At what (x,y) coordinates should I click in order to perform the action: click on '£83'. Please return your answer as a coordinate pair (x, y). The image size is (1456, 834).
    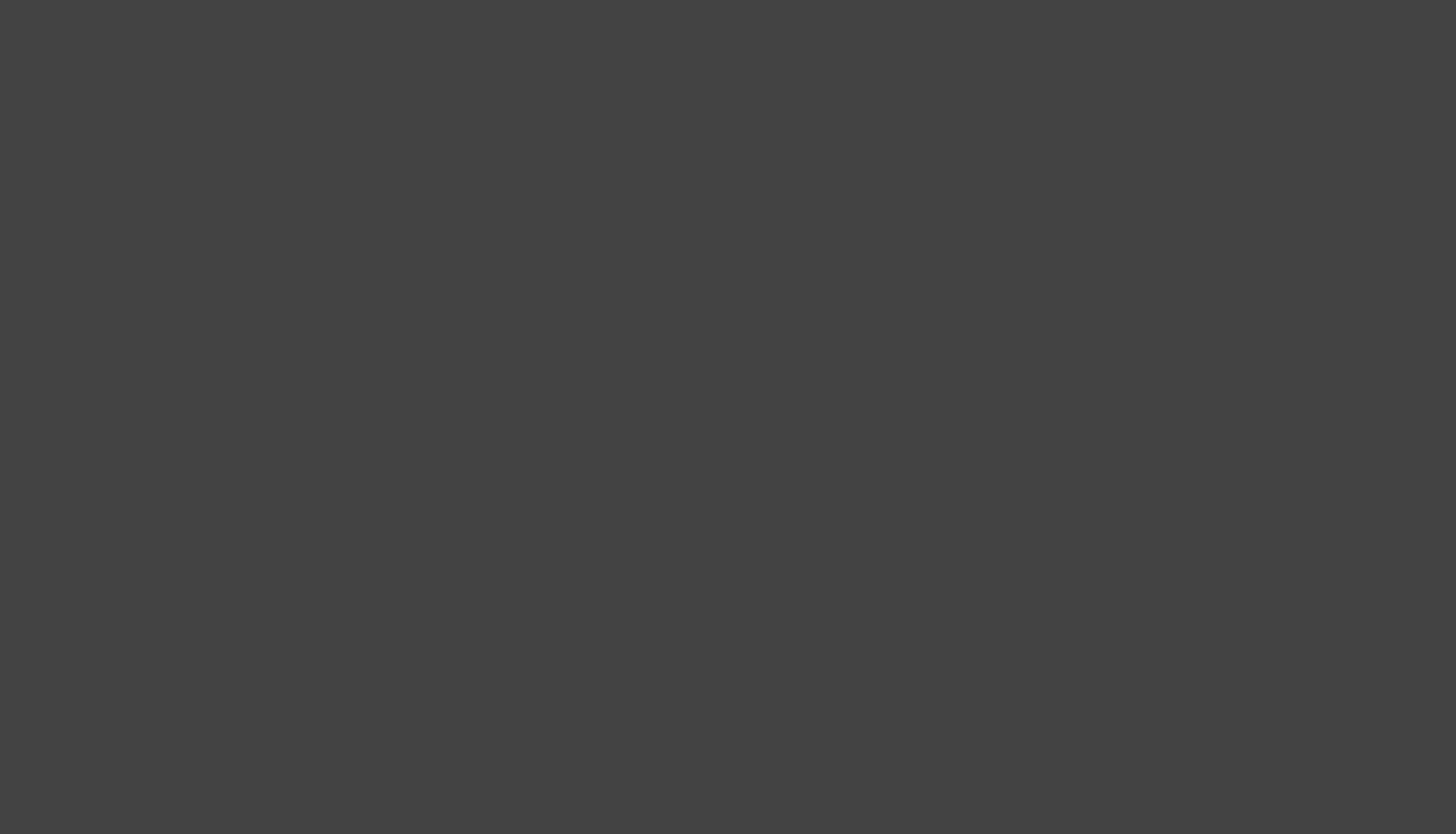
    Looking at the image, I should click on (1128, 76).